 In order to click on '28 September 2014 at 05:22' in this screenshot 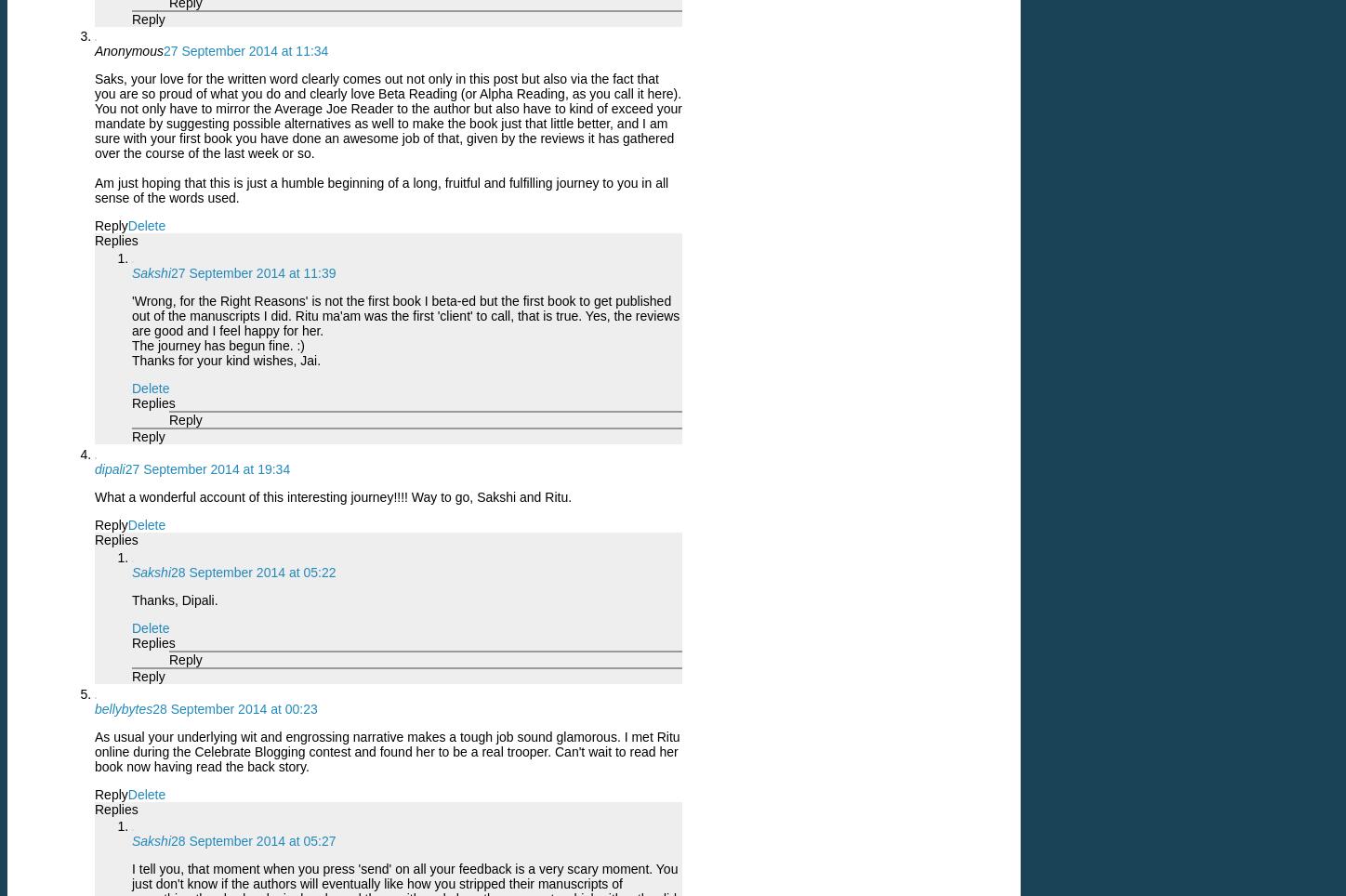, I will do `click(253, 572)`.